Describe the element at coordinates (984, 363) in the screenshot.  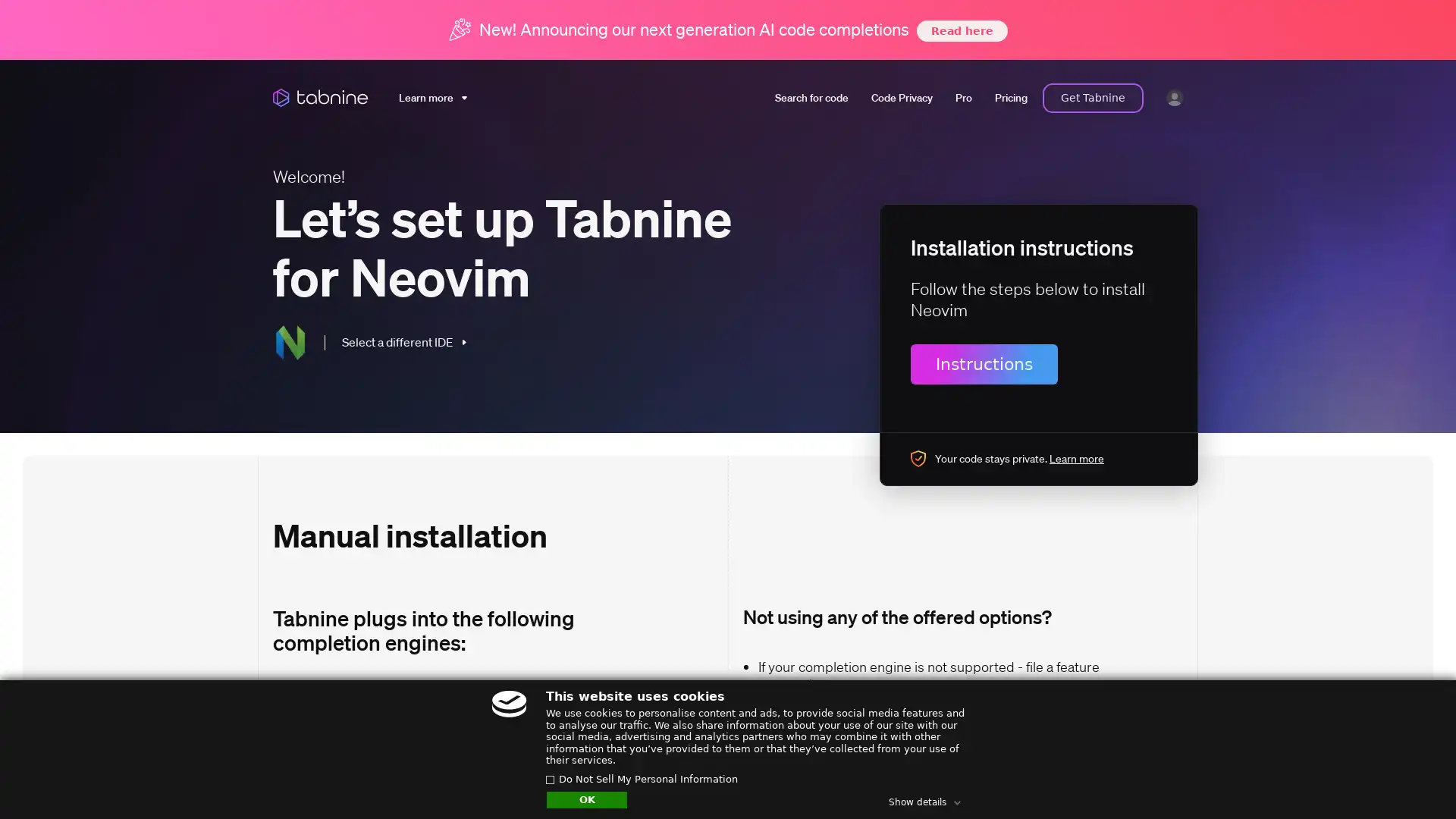
I see `Instructions` at that location.